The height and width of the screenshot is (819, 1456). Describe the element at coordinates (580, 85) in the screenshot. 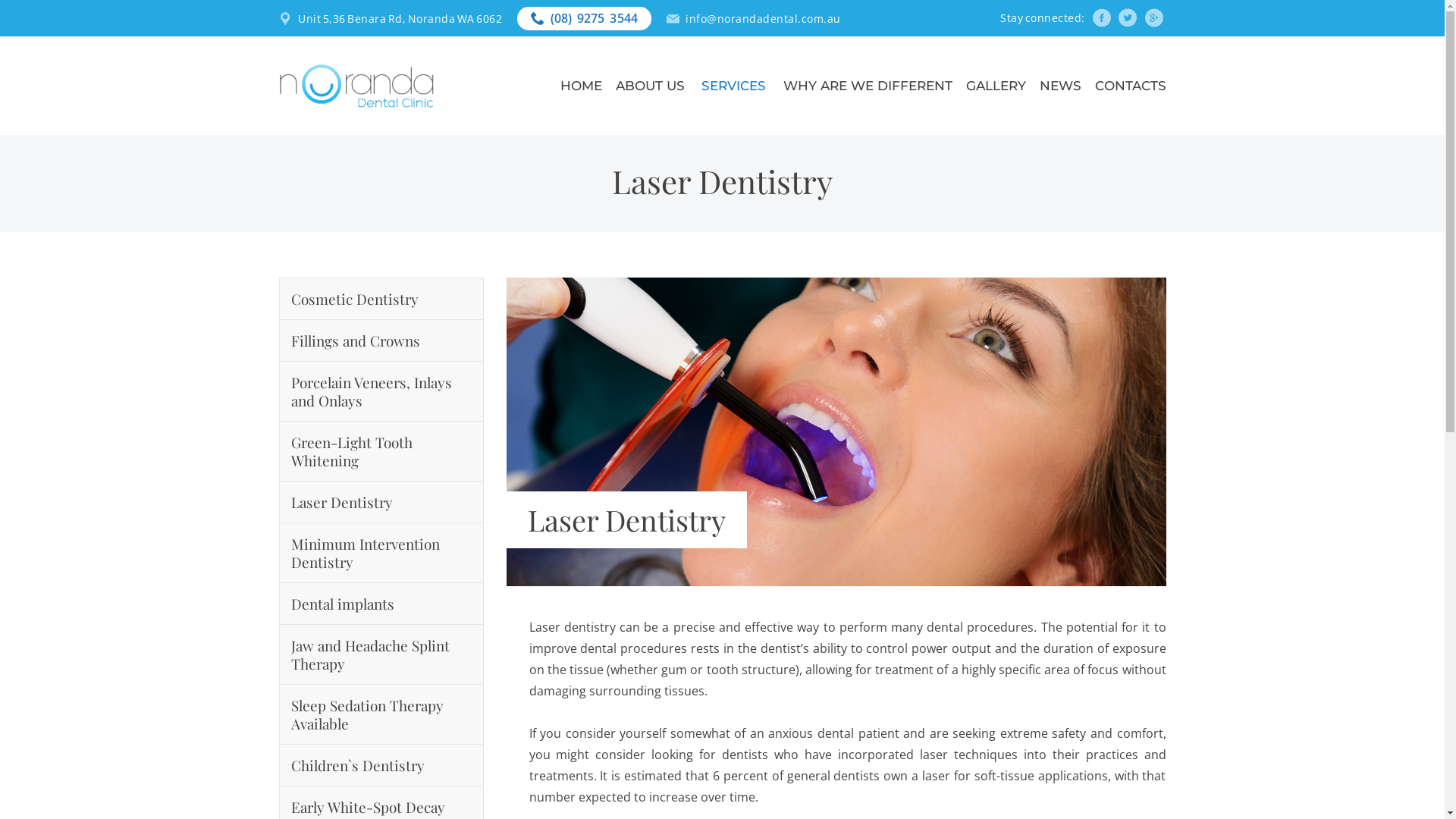

I see `'HOME'` at that location.